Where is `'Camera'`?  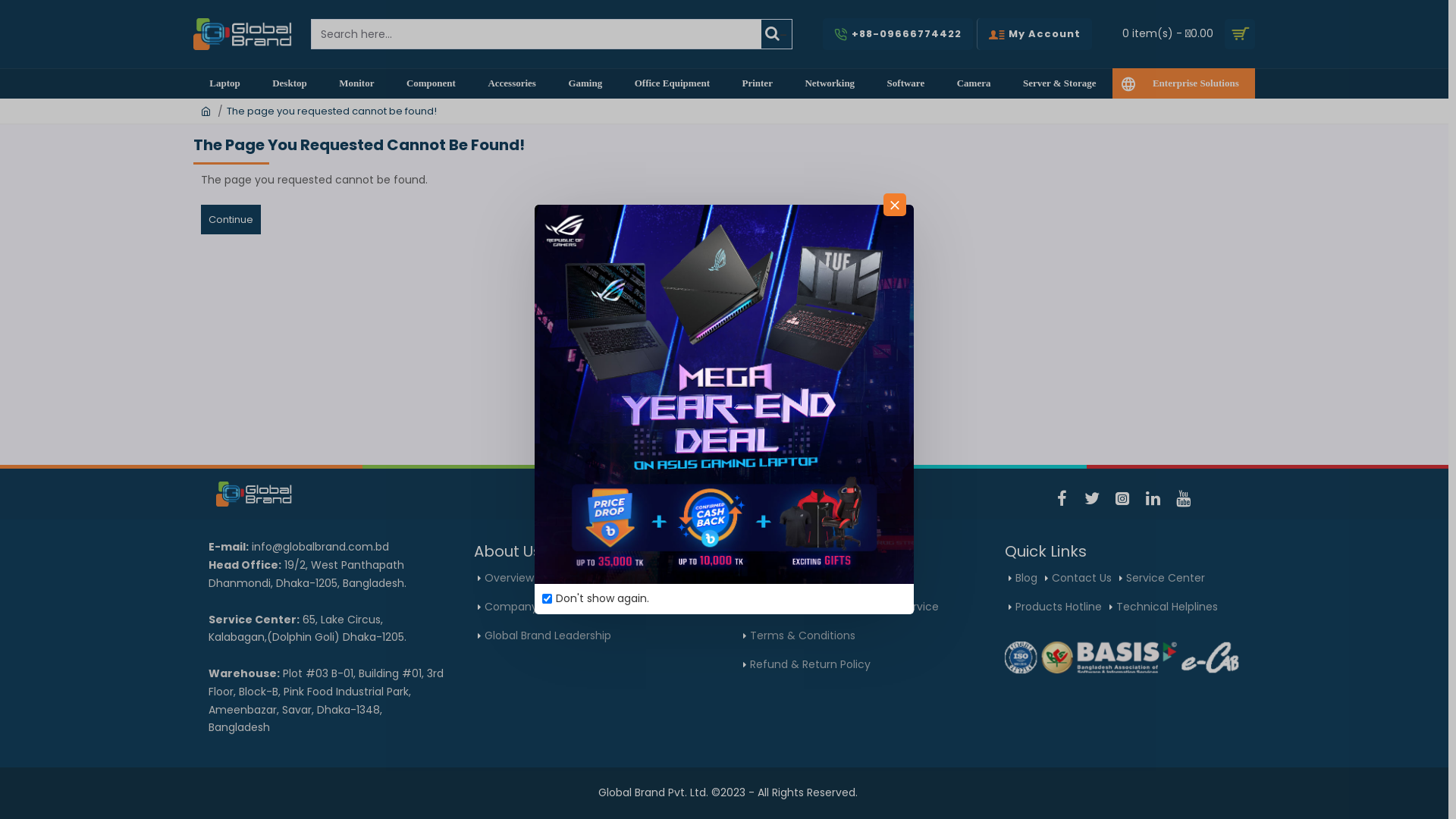
'Camera' is located at coordinates (973, 83).